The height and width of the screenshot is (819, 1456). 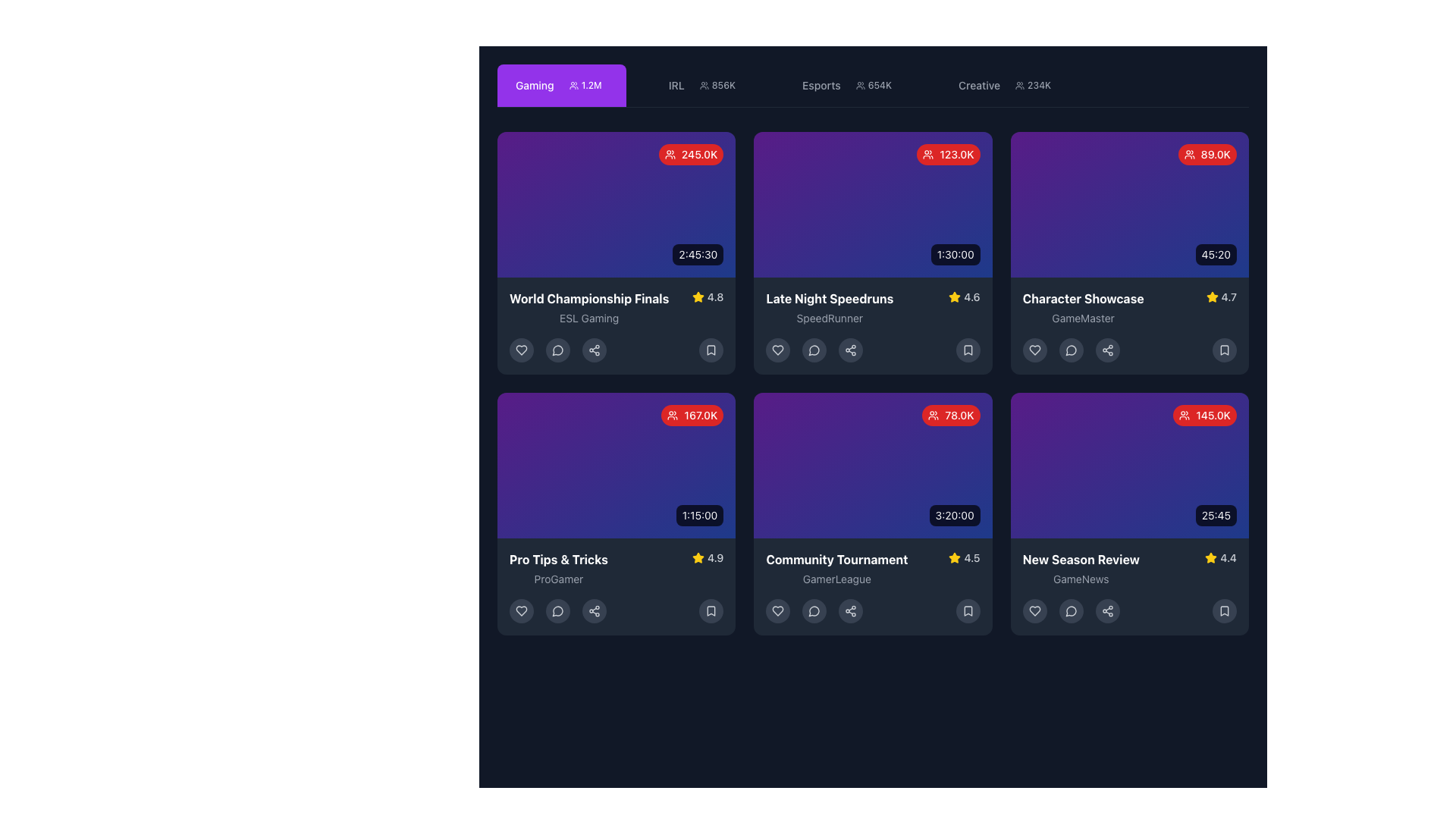 I want to click on the speech bubble icon located at the bottom section of the 'Late Night Speedruns' card, positioned between the heart-shaped icon and the share icon, so click(x=814, y=350).